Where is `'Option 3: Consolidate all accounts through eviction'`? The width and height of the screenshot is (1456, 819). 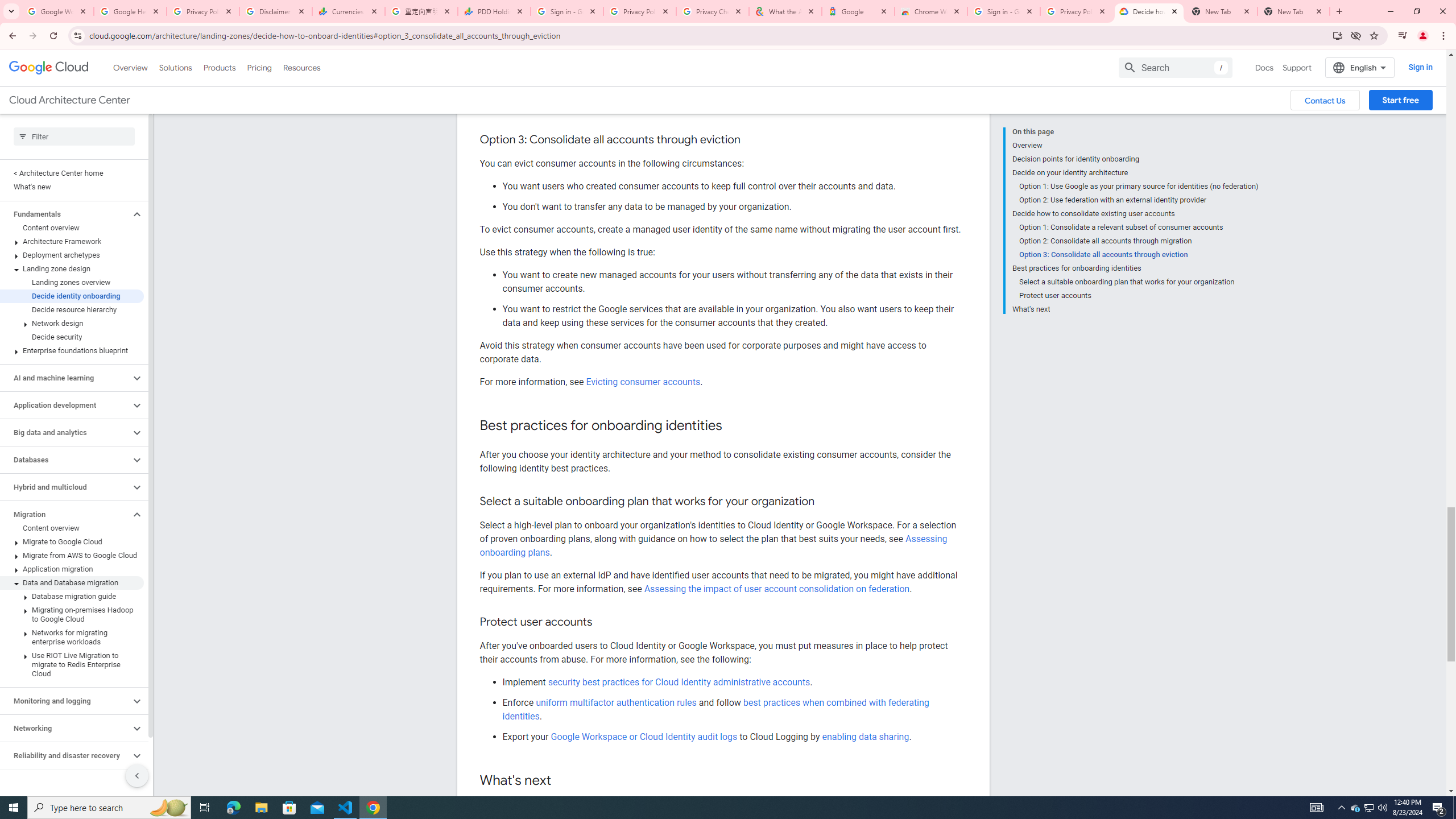 'Option 3: Consolidate all accounts through eviction' is located at coordinates (1138, 254).